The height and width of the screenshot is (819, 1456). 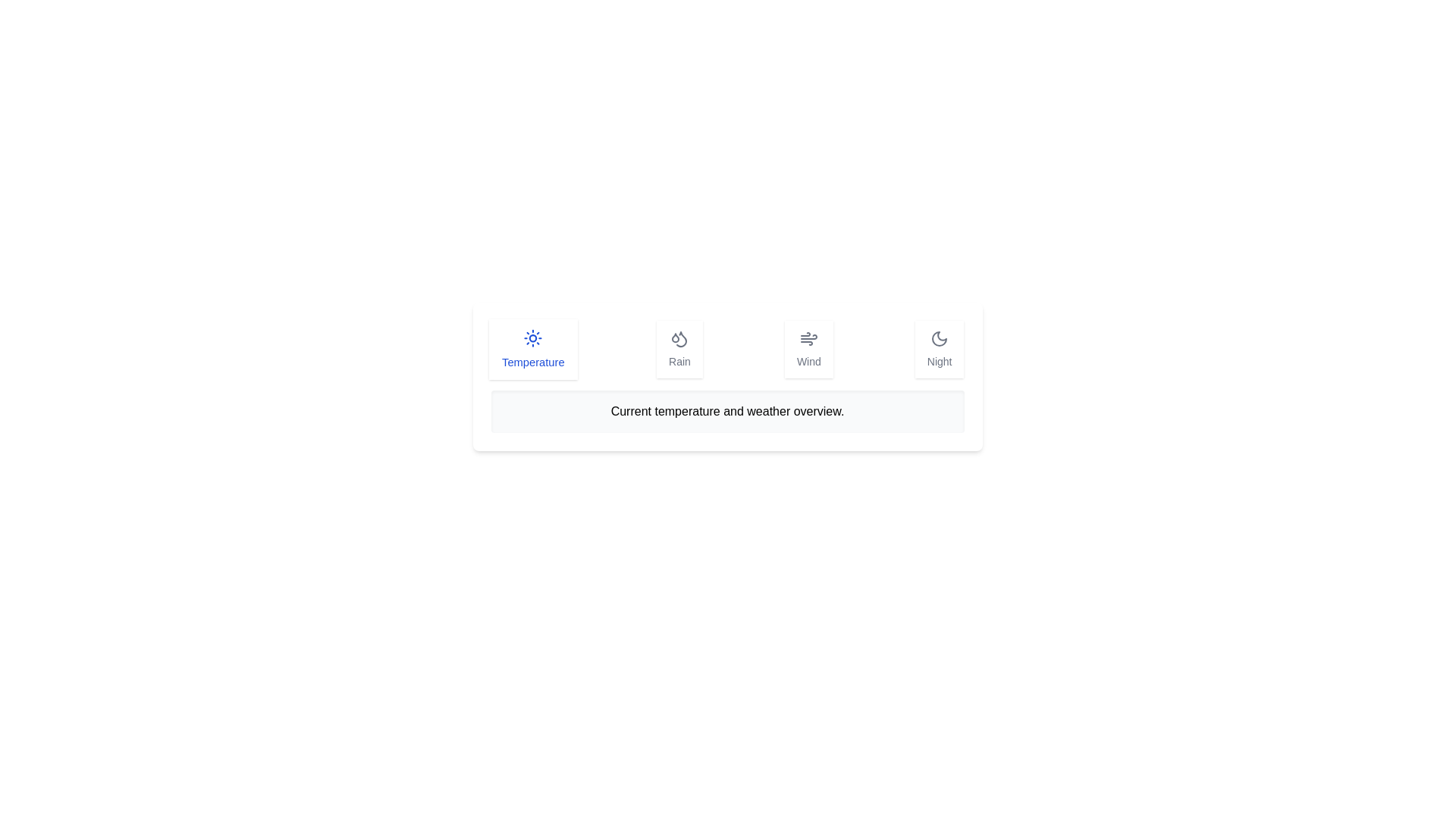 I want to click on the wind icon located in the third section labeled 'Wind', which is centered above its text label, so click(x=808, y=338).